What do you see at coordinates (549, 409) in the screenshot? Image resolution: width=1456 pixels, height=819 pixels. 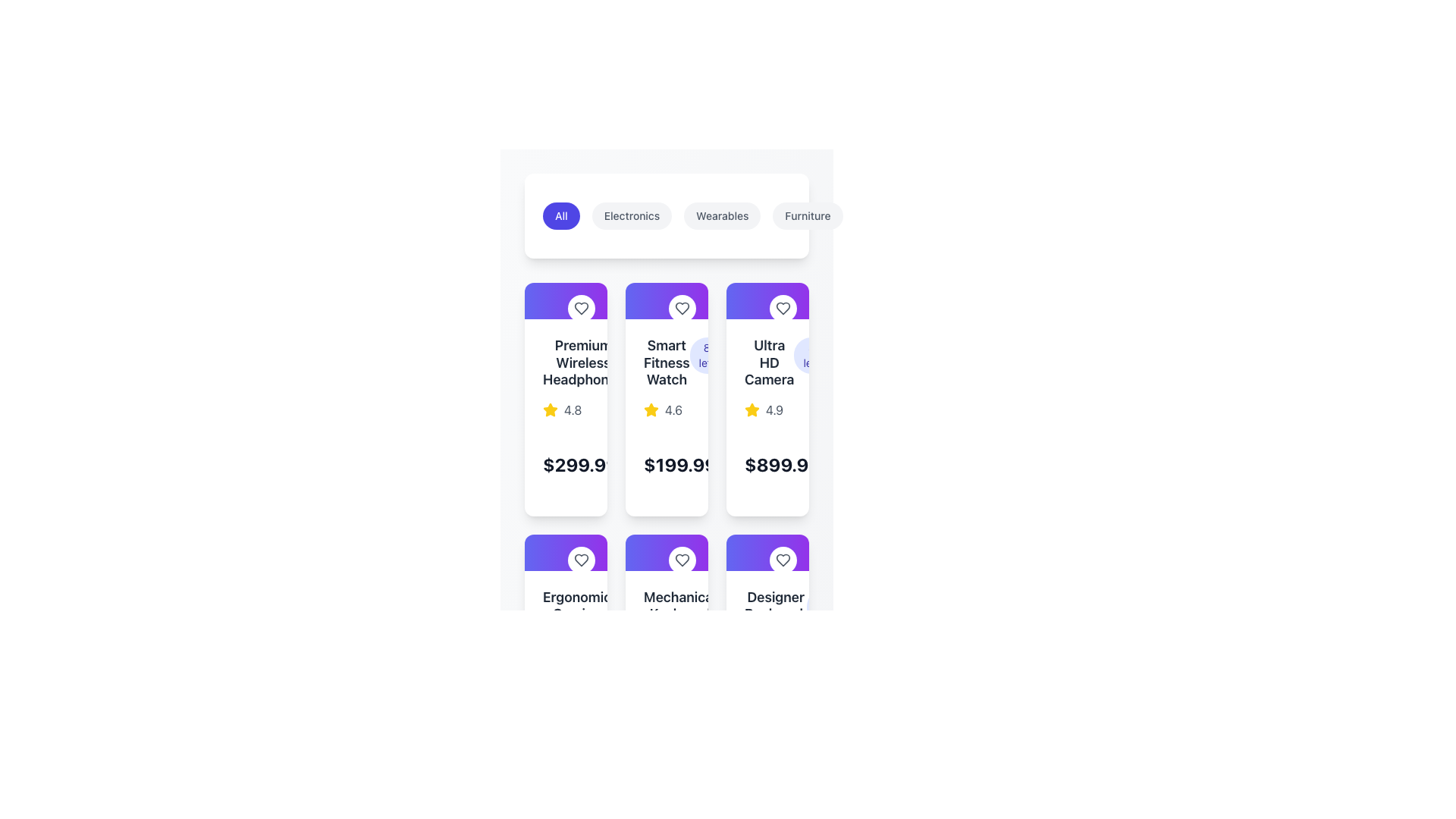 I see `the yellow star-shaped icon representing a rating located centrally within the third product card under the title 'Ultra HD Camera'` at bounding box center [549, 409].